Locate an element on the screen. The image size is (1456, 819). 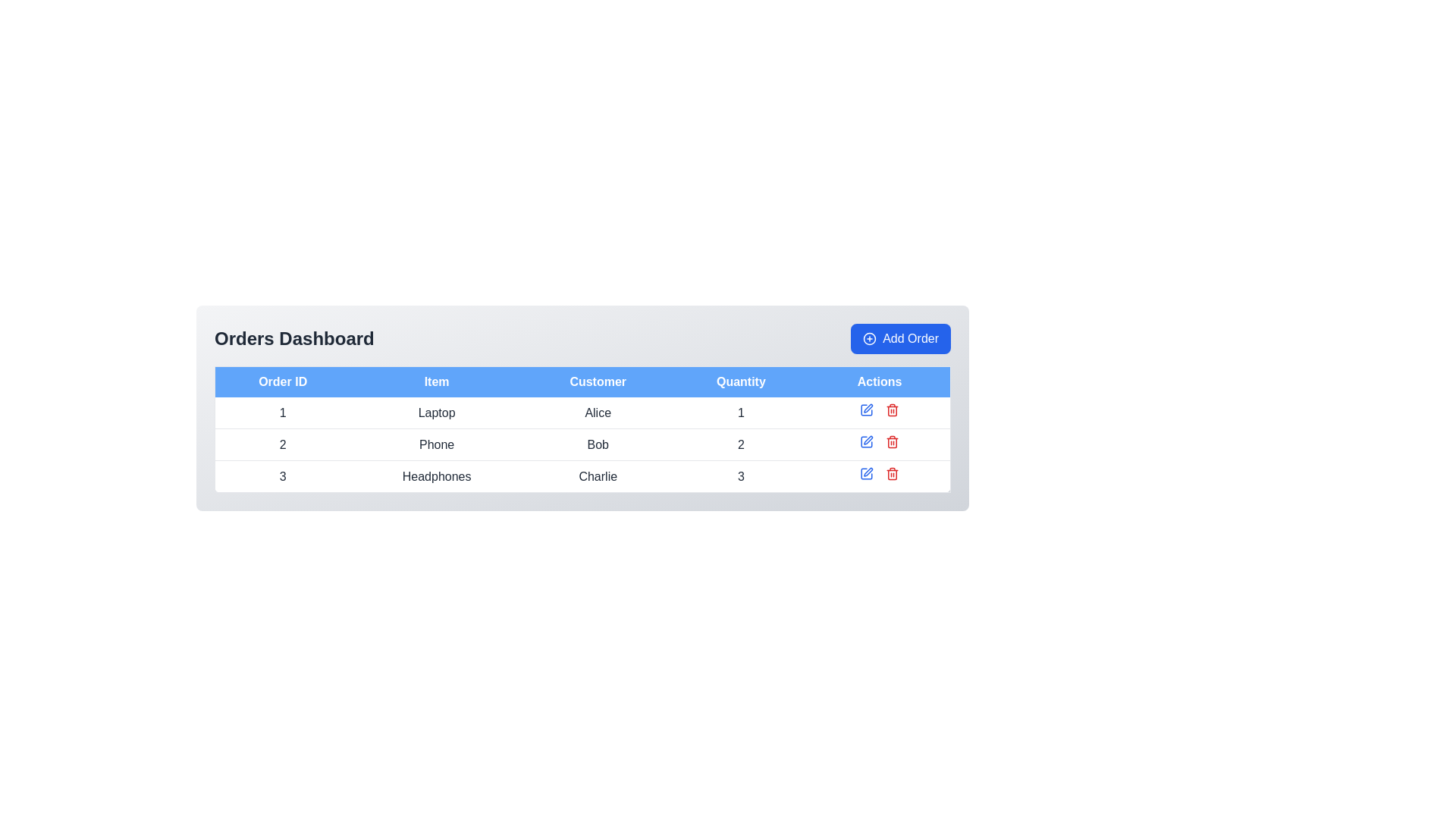
the blue 'Add Order' button with rounded corners and a plus icon located at the top-right corner of the 'Orders Dashboard' is located at coordinates (901, 338).